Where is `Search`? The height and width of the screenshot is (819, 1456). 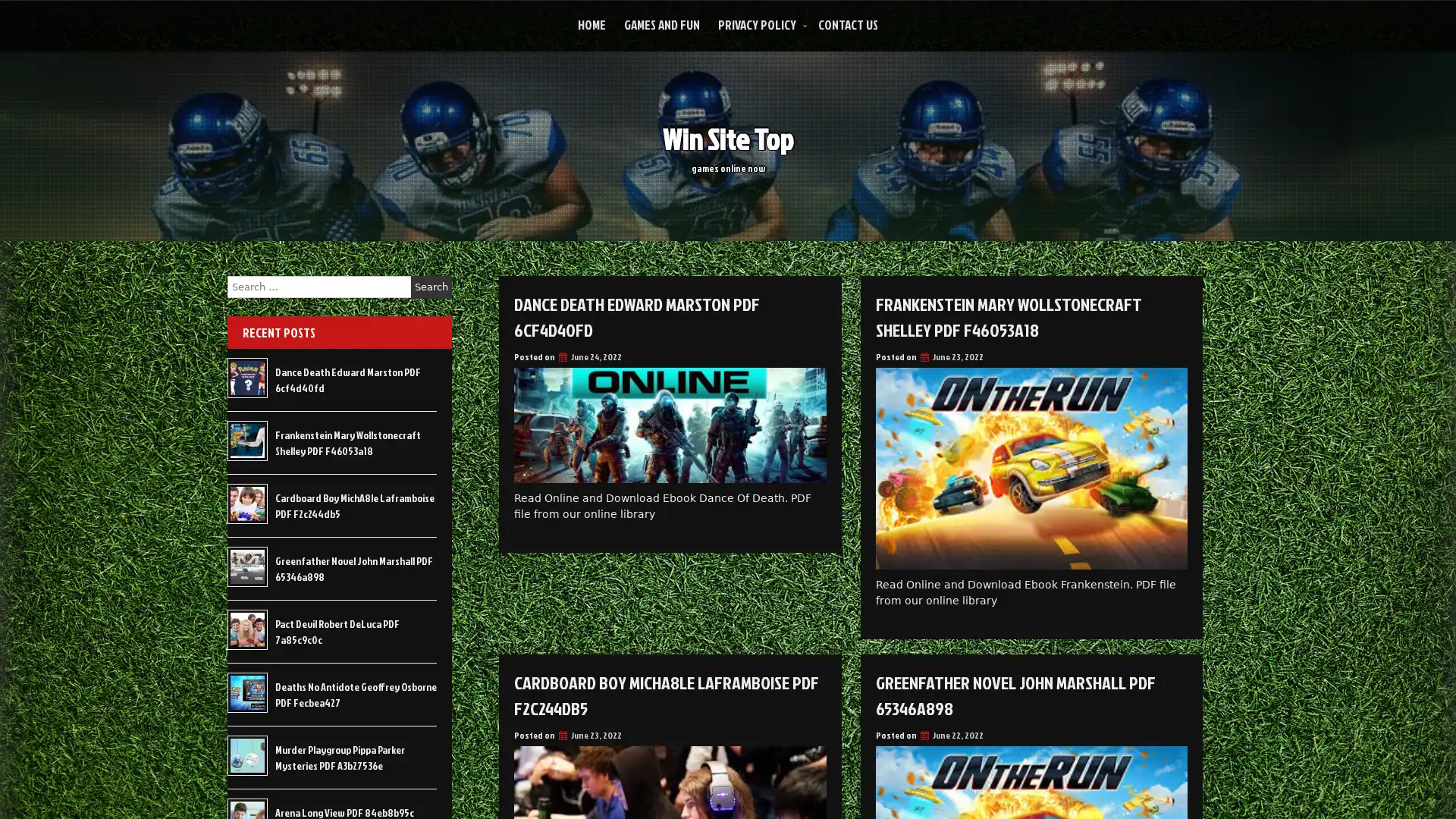
Search is located at coordinates (431, 287).